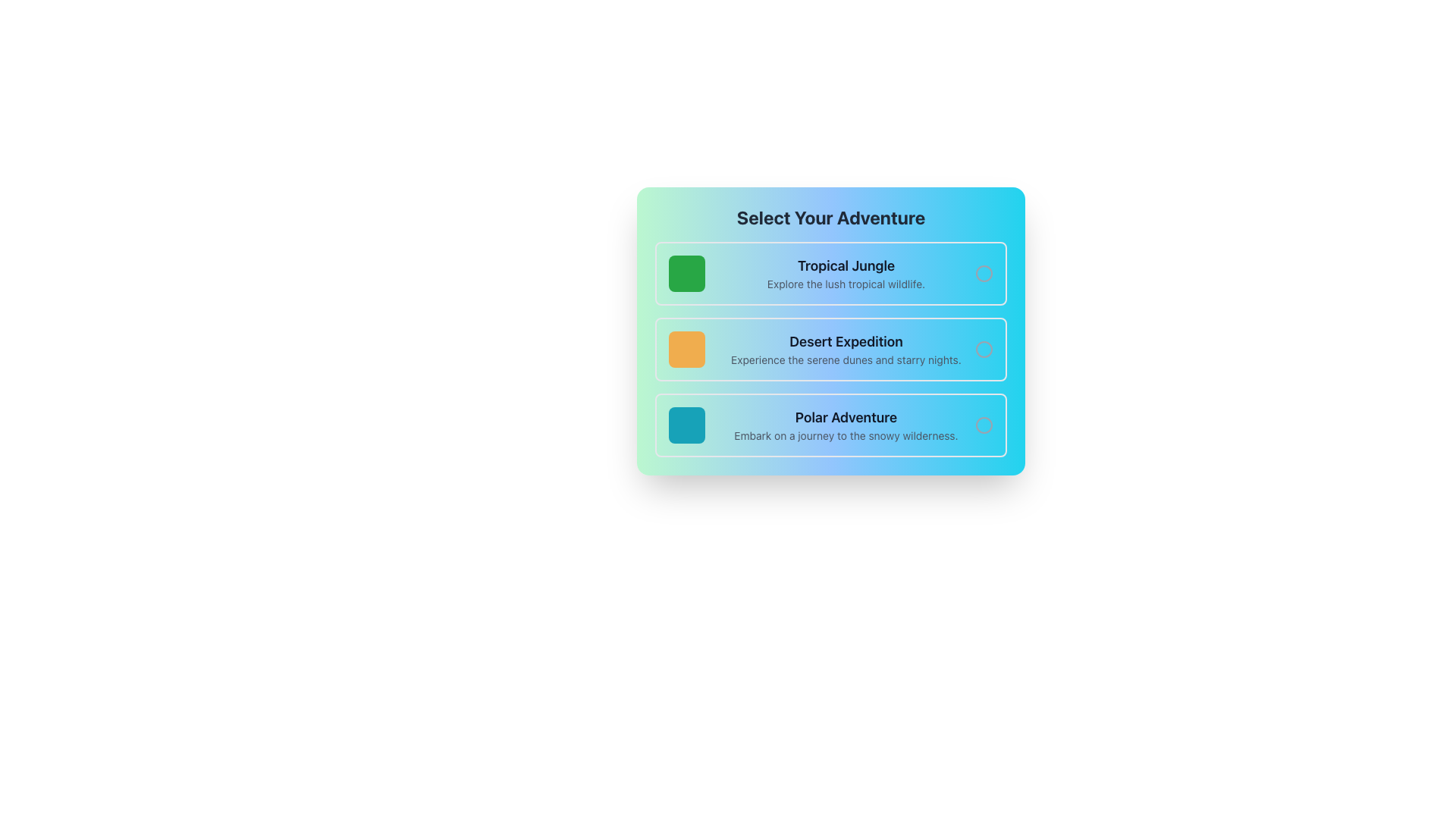 Image resolution: width=1456 pixels, height=819 pixels. I want to click on the static text paragraph that provides information about the 'Desert Expedition' option, located below the title within the middle card of the vertically stacked list of options, so click(846, 359).